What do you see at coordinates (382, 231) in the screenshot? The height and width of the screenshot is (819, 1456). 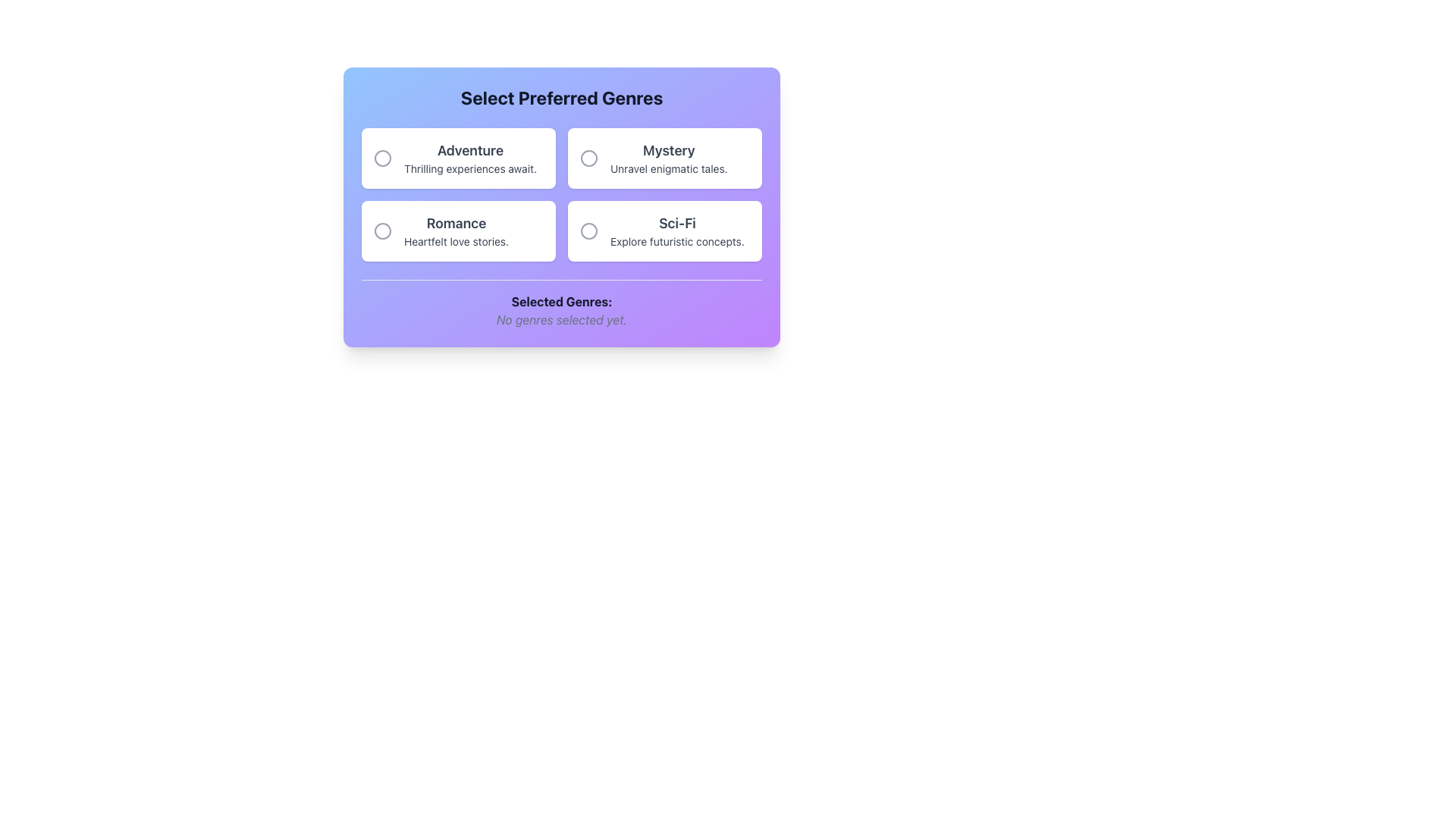 I see `smaller SVG Circle icon representing the Romance genre, located in the bottom-left area of the grid layout of options` at bounding box center [382, 231].